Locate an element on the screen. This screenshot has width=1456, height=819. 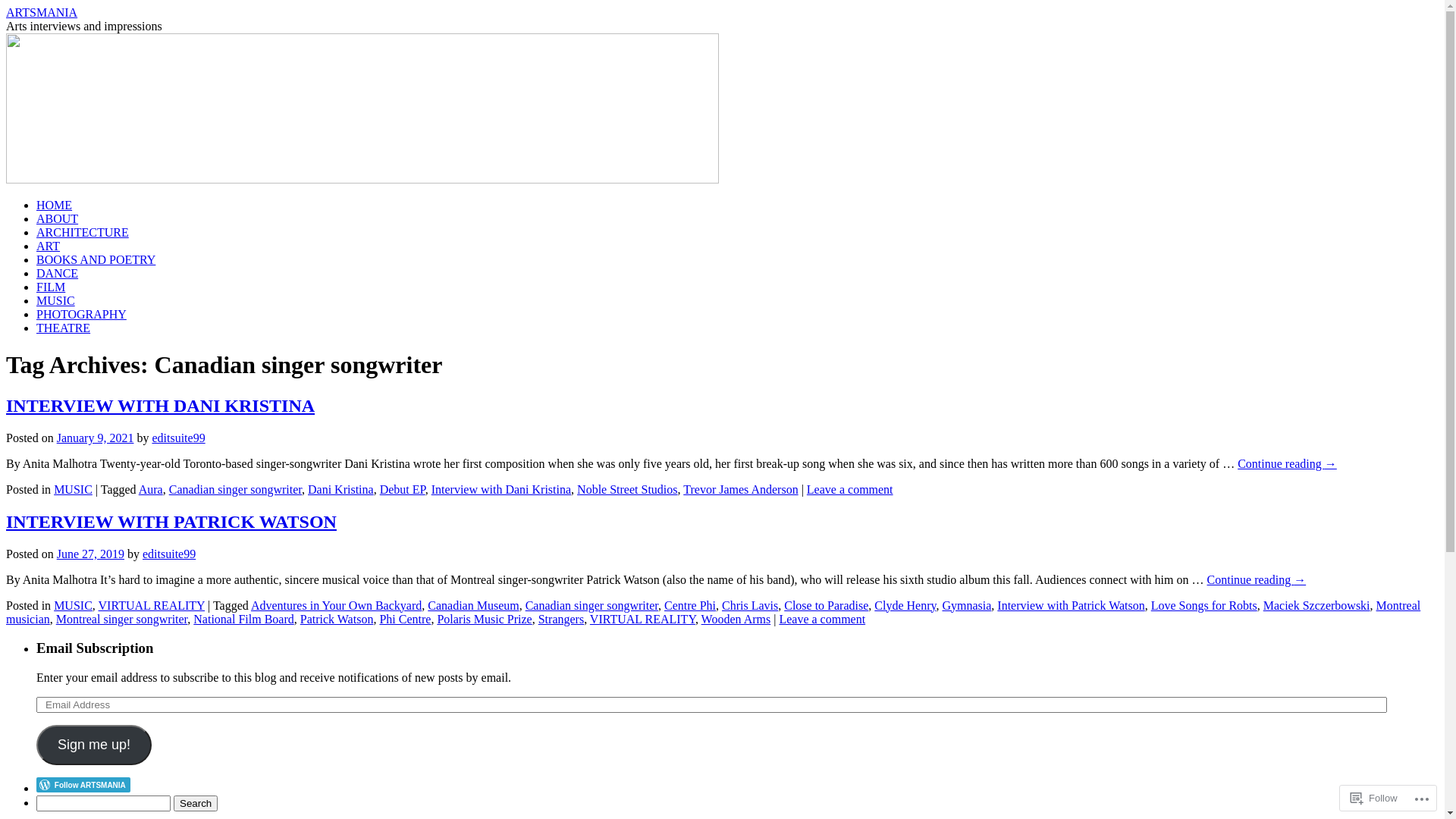
'ARCHITECTURE' is located at coordinates (36, 232).